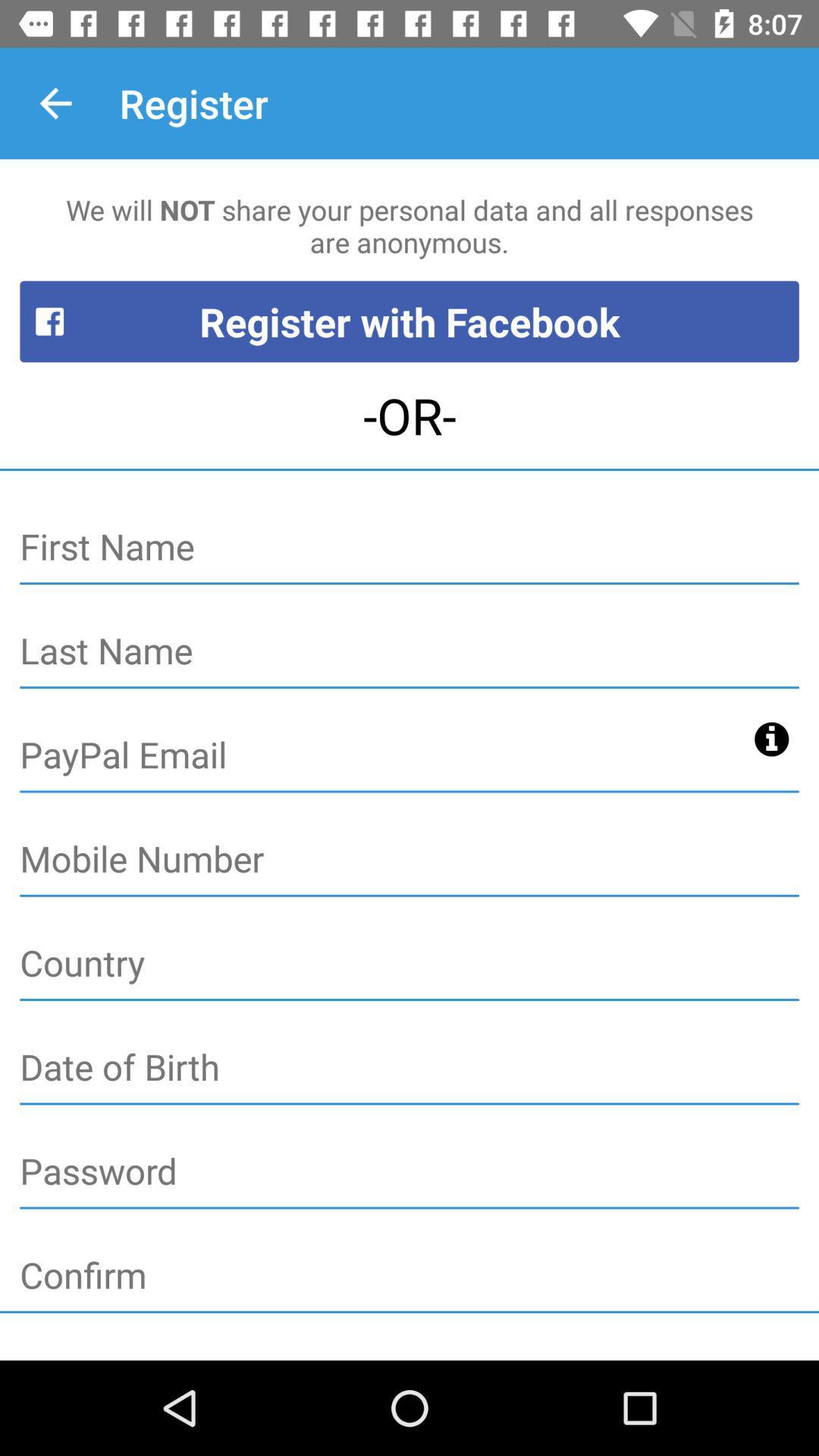  I want to click on it enter the country name, so click(409, 963).